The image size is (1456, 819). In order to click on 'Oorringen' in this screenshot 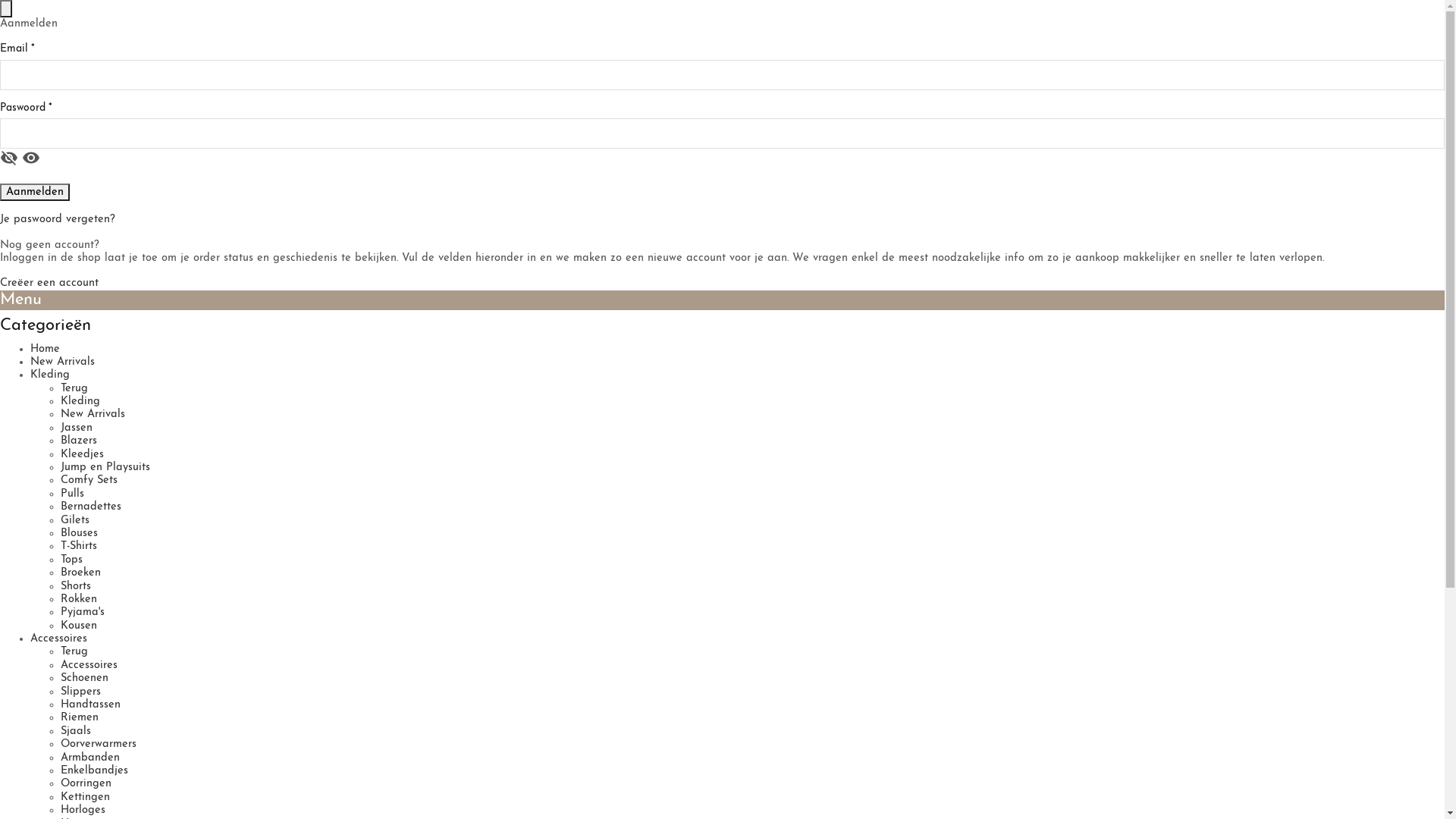, I will do `click(61, 783)`.